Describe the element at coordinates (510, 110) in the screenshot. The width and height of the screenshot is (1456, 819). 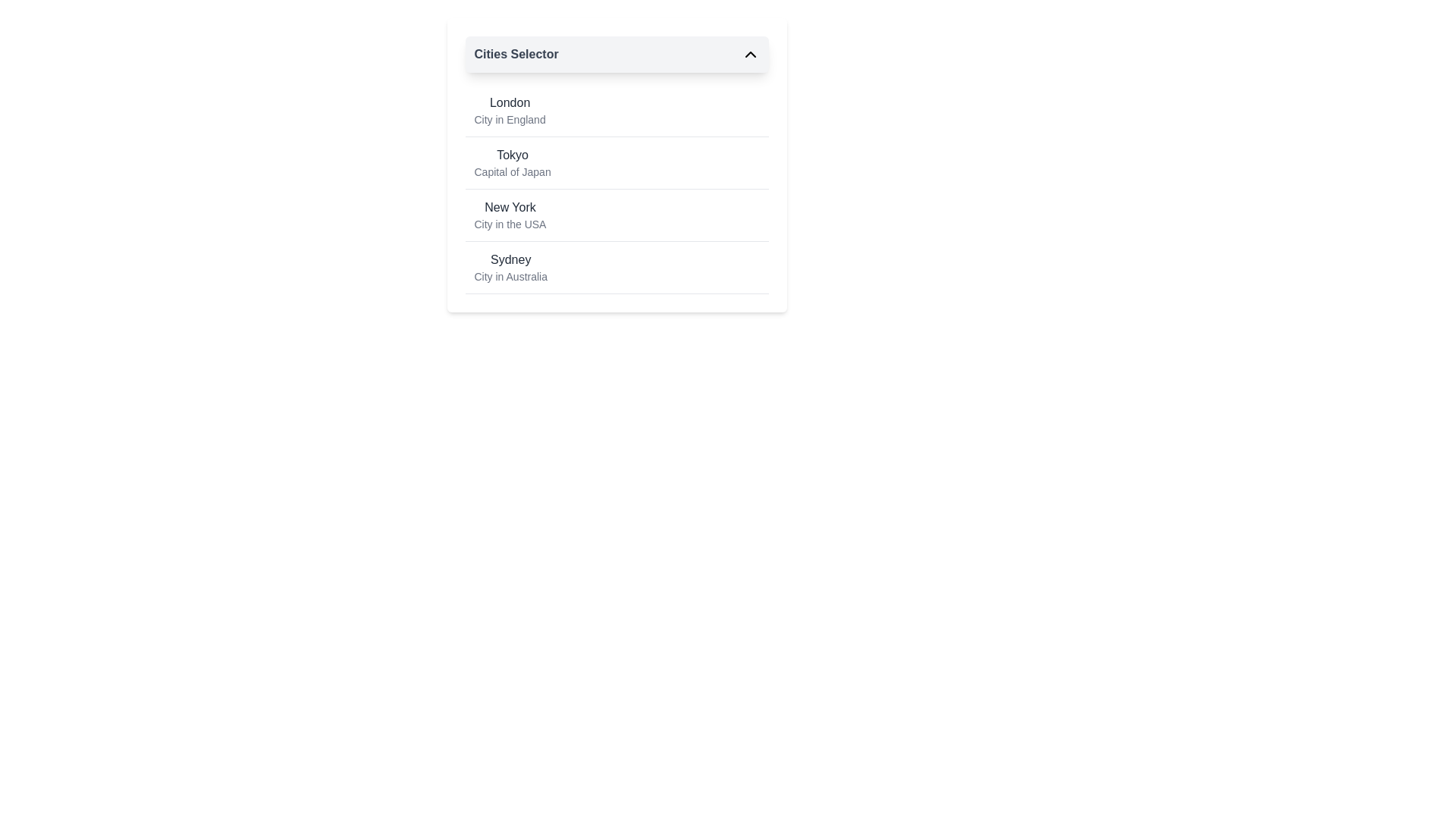
I see `the first entry in the 'Cities Selector' dropdown list to focus on the city 'London' using keyboard navigation` at that location.